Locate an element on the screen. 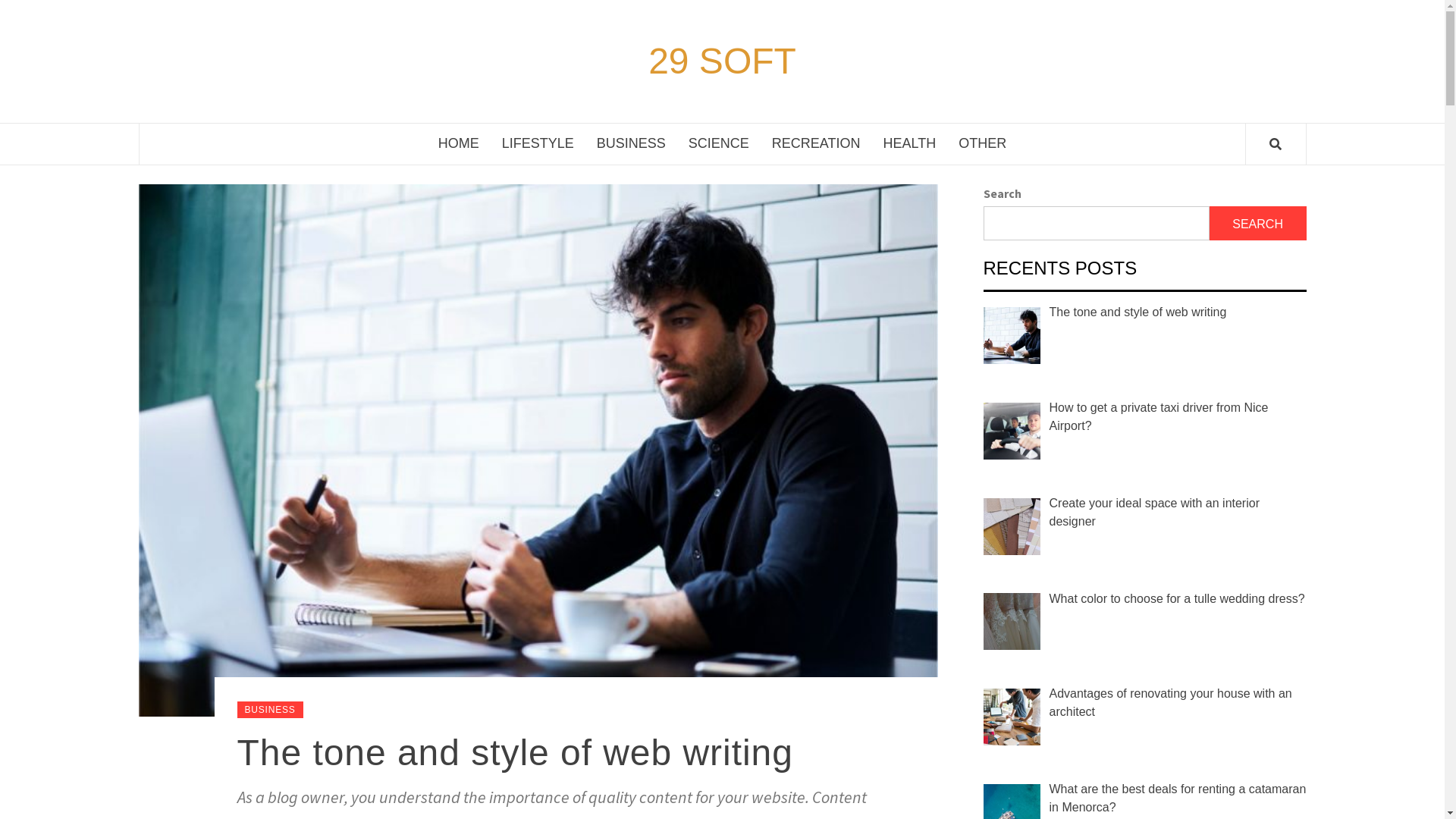 This screenshot has height=819, width=1456. 'The tone and style of web writing' is located at coordinates (1138, 311).